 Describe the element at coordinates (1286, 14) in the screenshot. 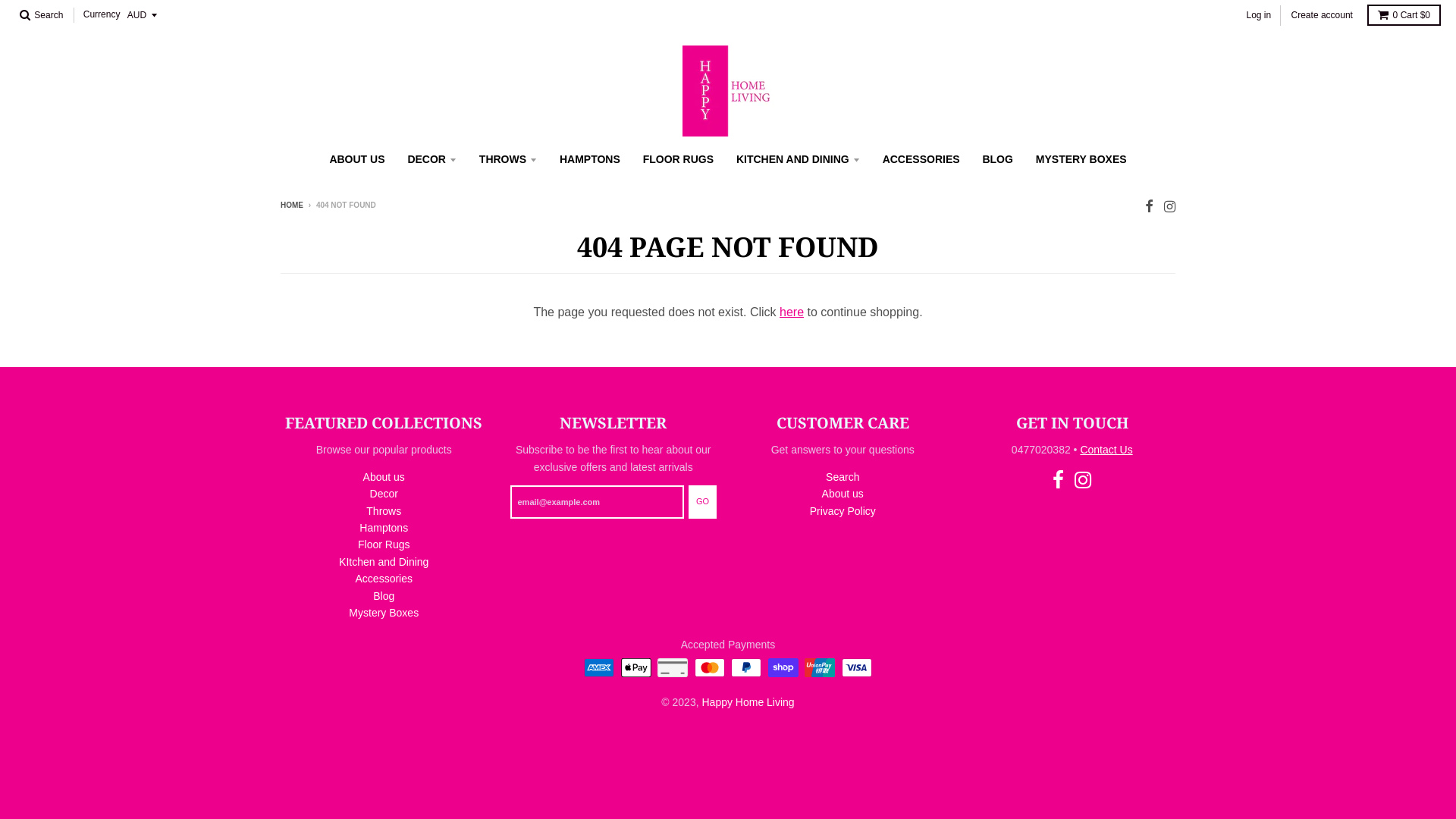

I see `'Create account'` at that location.